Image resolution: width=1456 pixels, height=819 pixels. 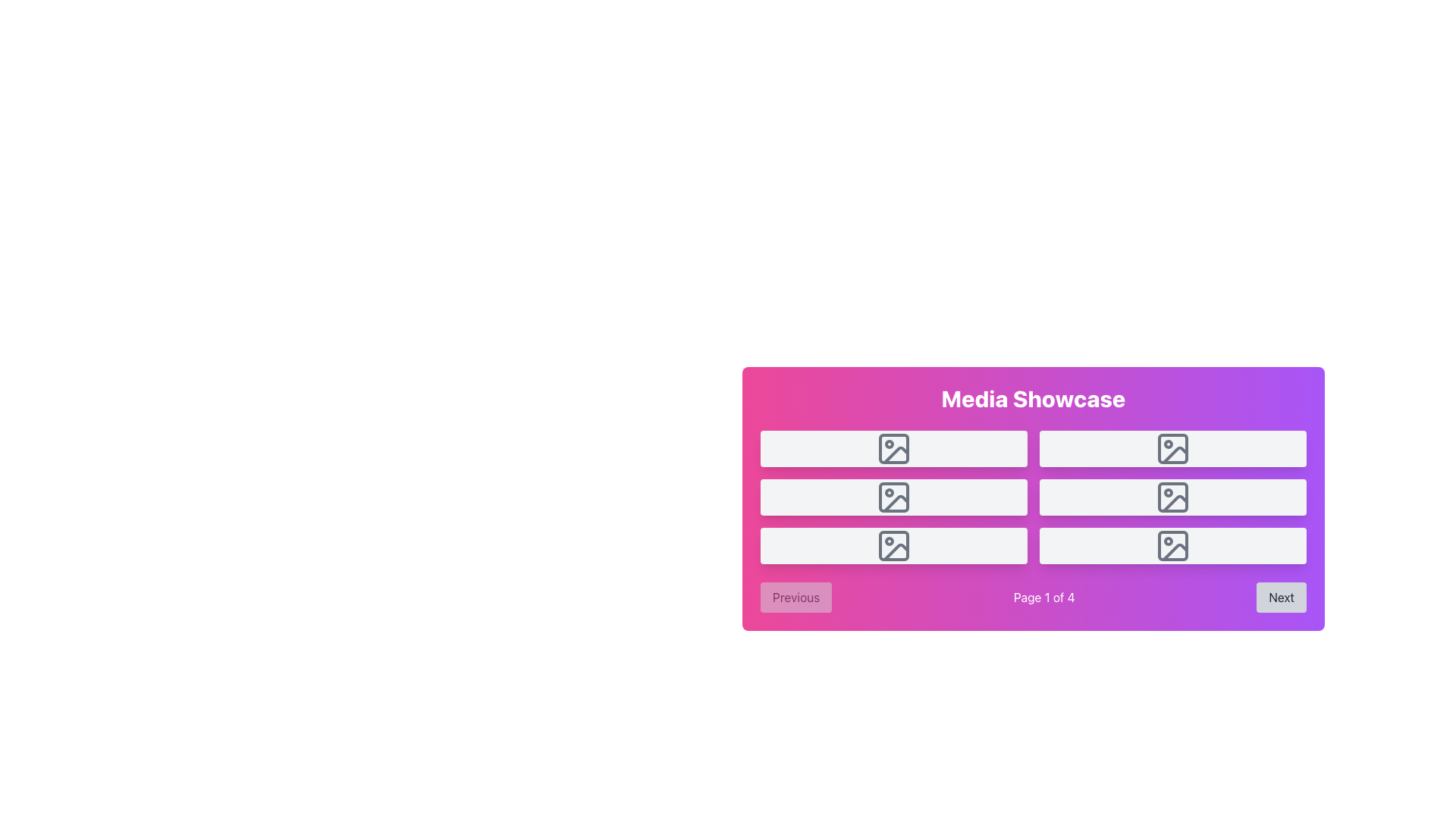 What do you see at coordinates (894, 497) in the screenshot?
I see `the third image placeholder in the media showcase grid, located in the first column and second row of the grid` at bounding box center [894, 497].